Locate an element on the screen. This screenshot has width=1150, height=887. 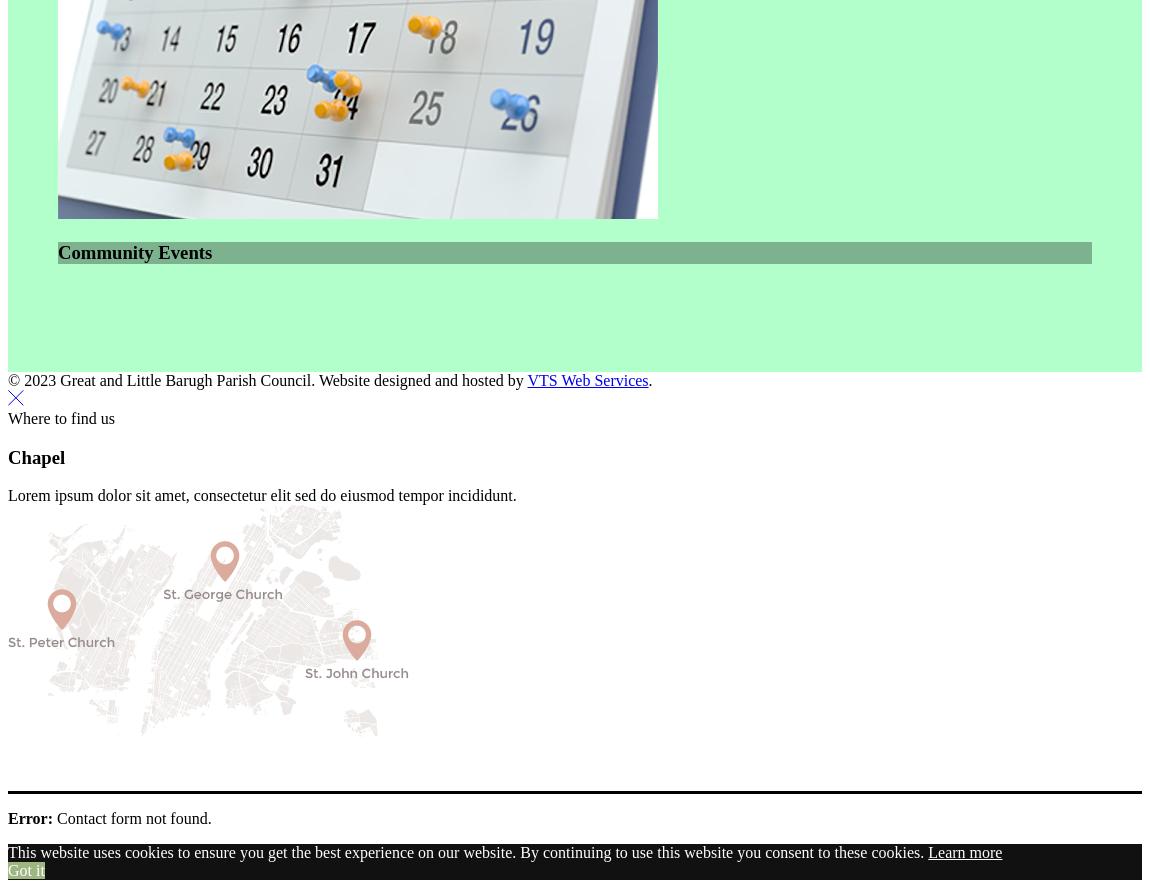
'VTS Web Services' is located at coordinates (586, 379).